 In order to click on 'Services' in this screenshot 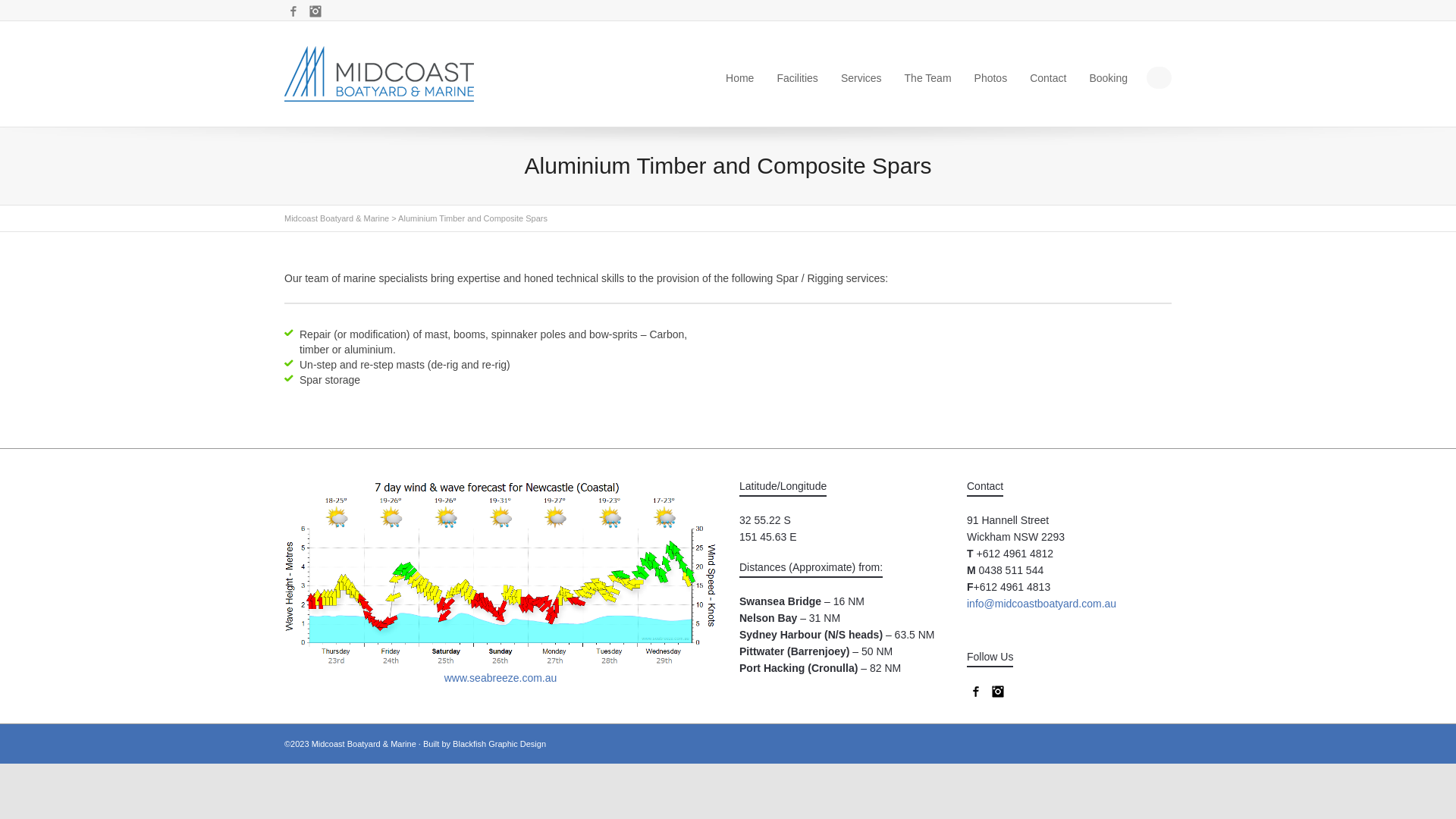, I will do `click(861, 78)`.